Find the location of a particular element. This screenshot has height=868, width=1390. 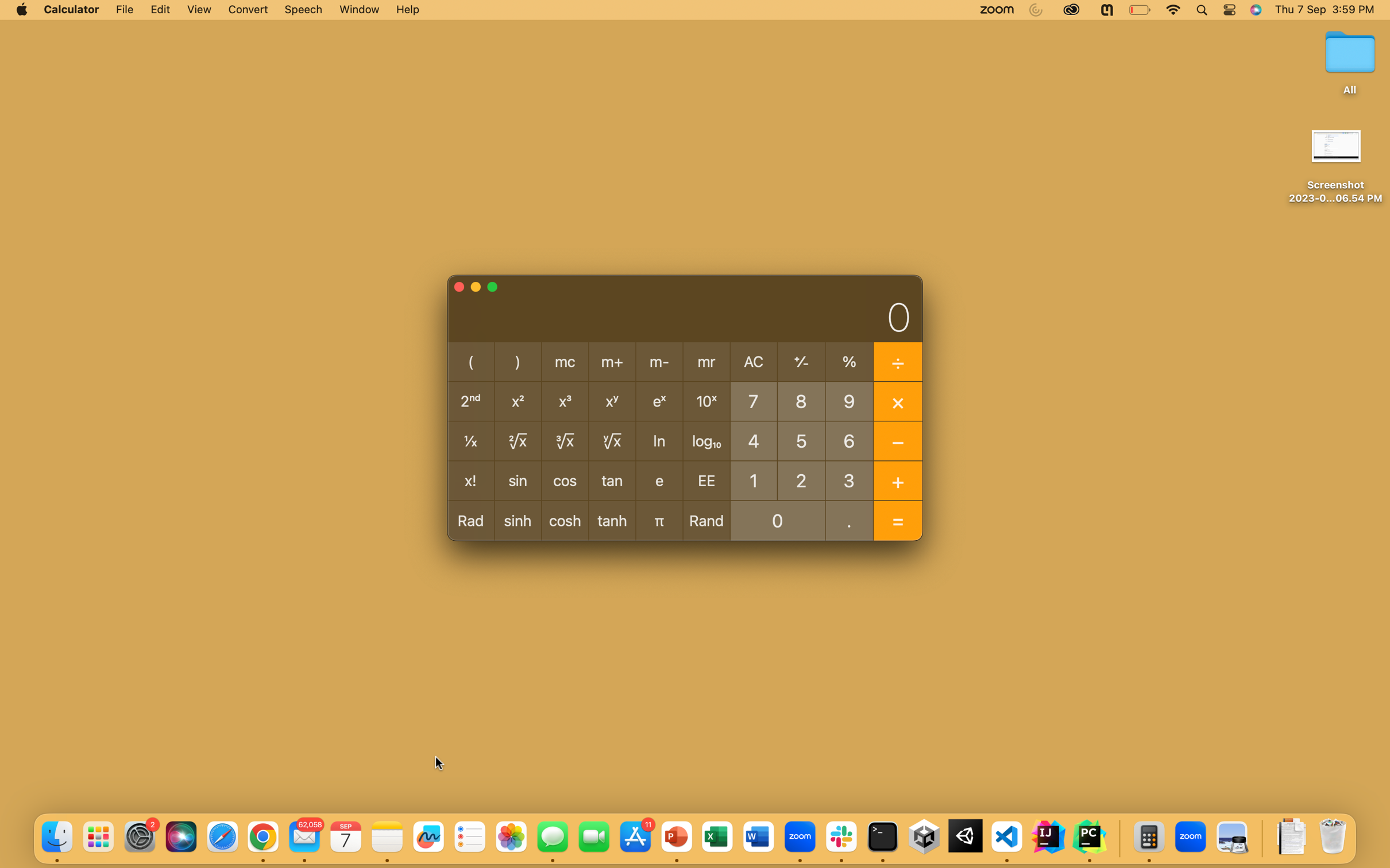

Calculate the 8th power of 2 is located at coordinates (801, 479).